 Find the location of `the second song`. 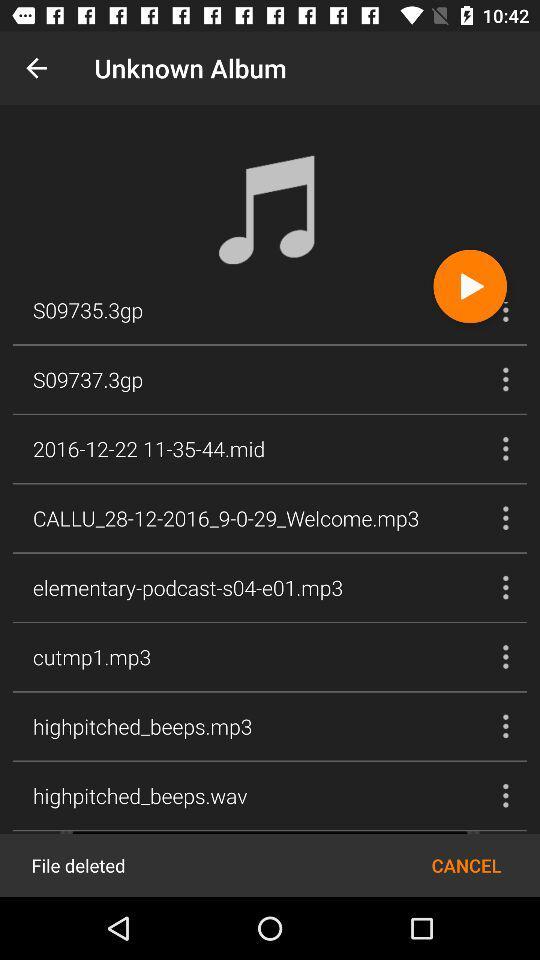

the second song is located at coordinates (504, 378).